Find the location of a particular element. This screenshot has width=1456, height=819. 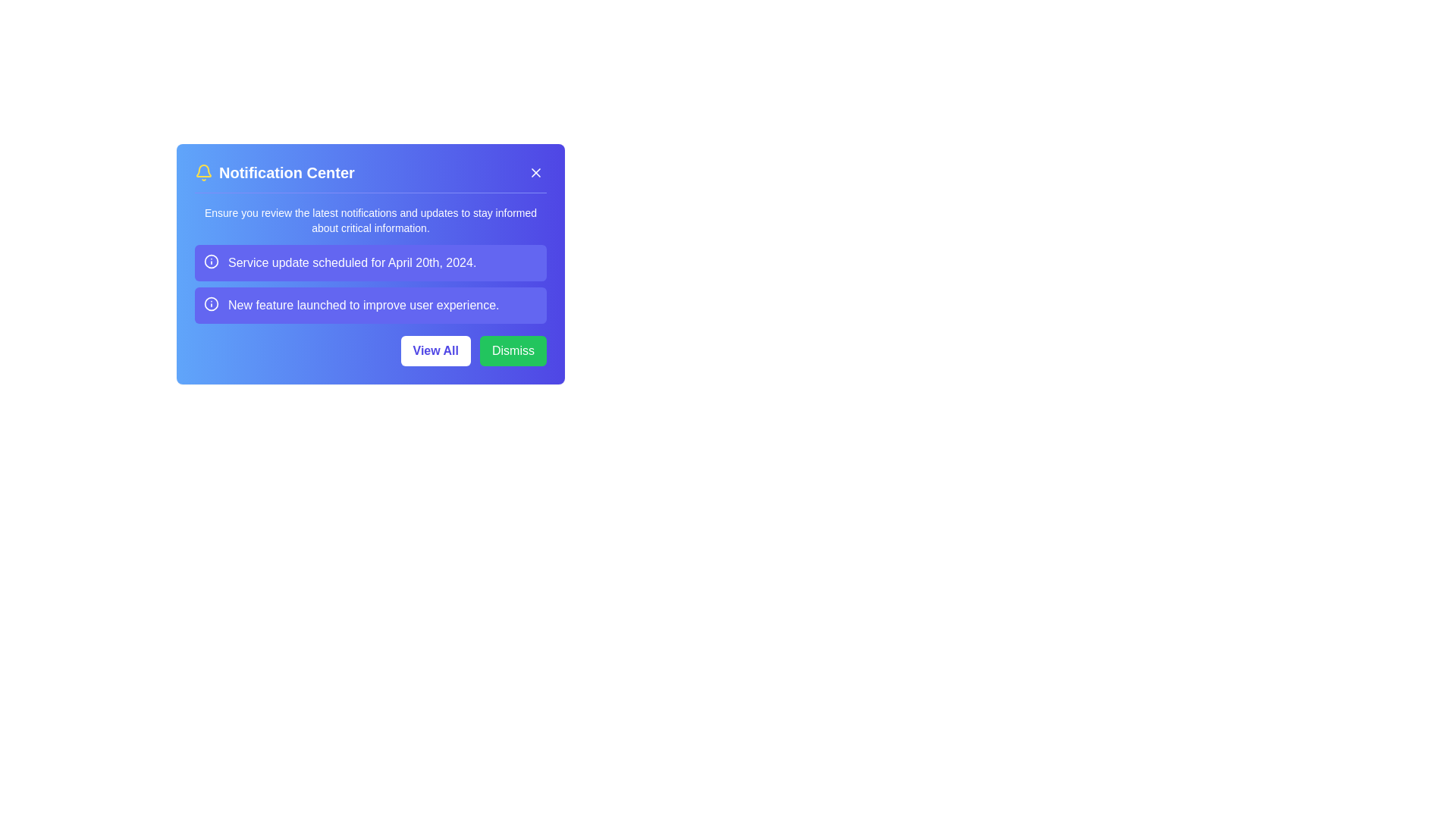

the 'Dismiss' button located at the bottom-right corner of the Notification Center, which is part of a control area containing the 'View All' button to its left is located at coordinates (371, 350).